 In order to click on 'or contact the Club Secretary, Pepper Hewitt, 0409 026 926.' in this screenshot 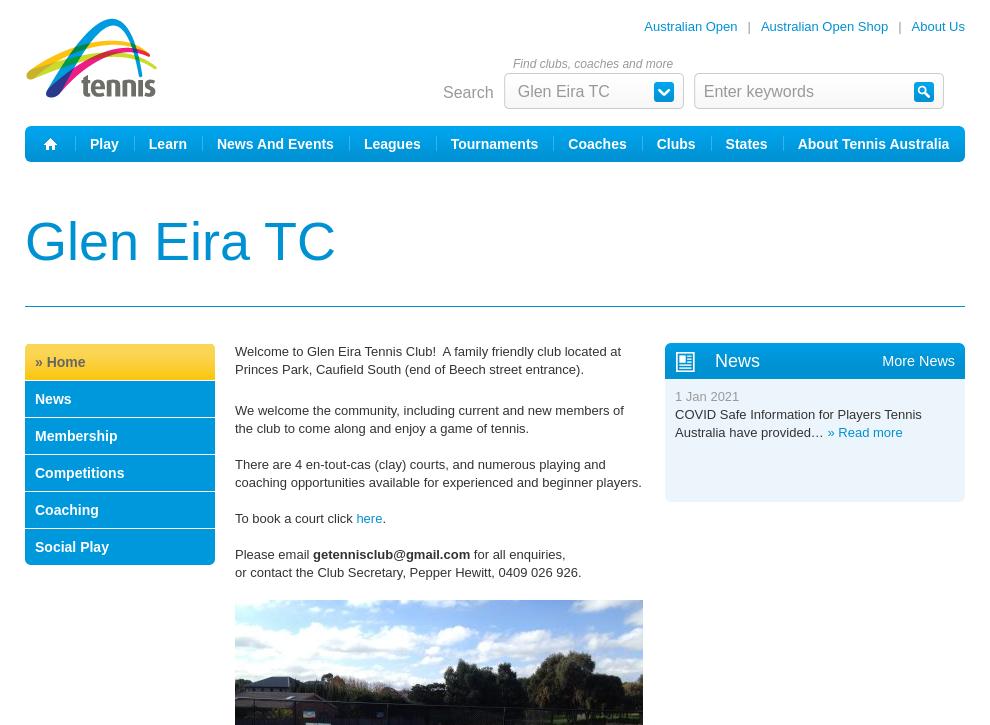, I will do `click(406, 572)`.